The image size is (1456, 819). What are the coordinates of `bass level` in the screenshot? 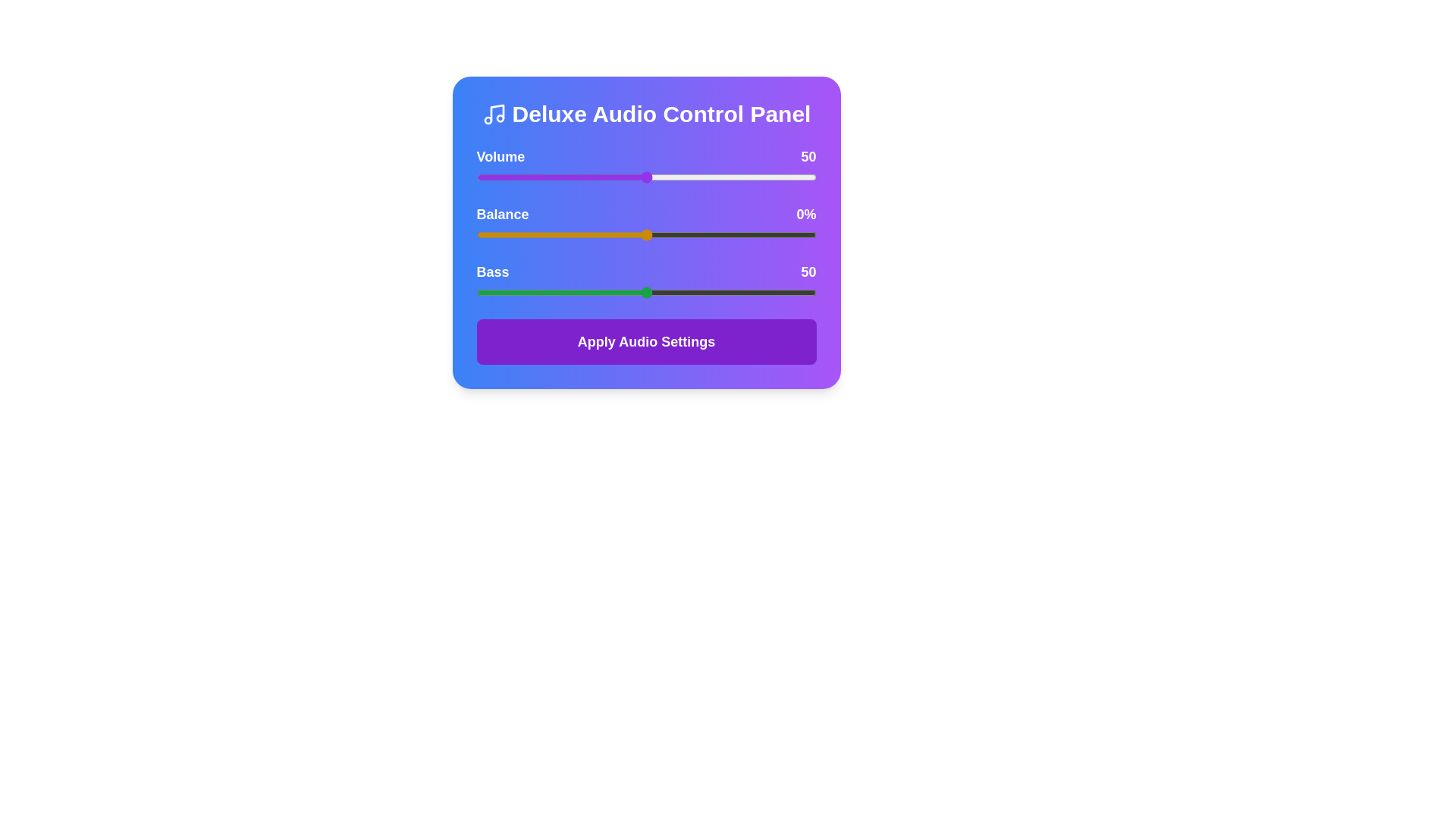 It's located at (745, 292).